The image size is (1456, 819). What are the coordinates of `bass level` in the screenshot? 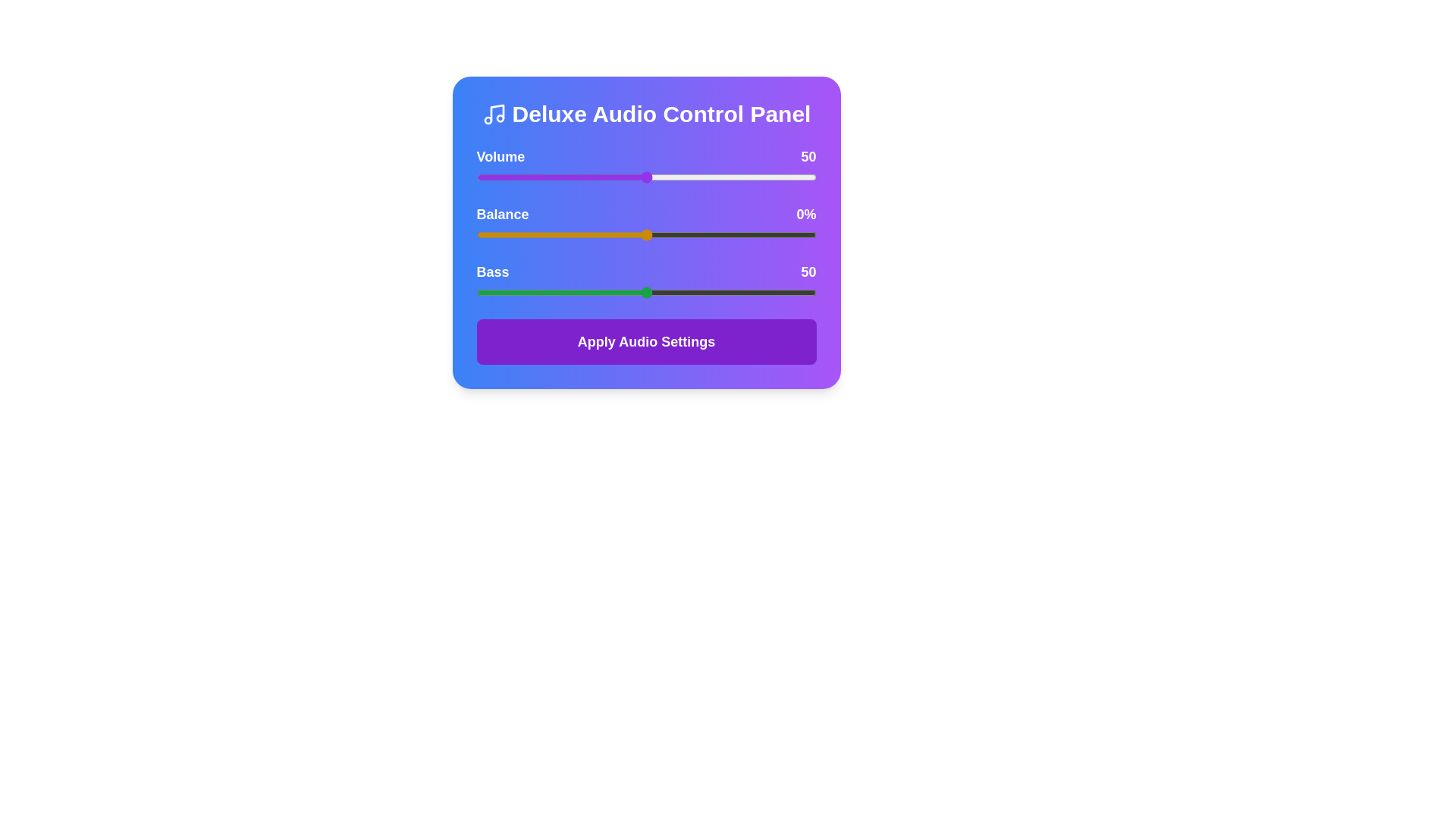 It's located at (745, 292).